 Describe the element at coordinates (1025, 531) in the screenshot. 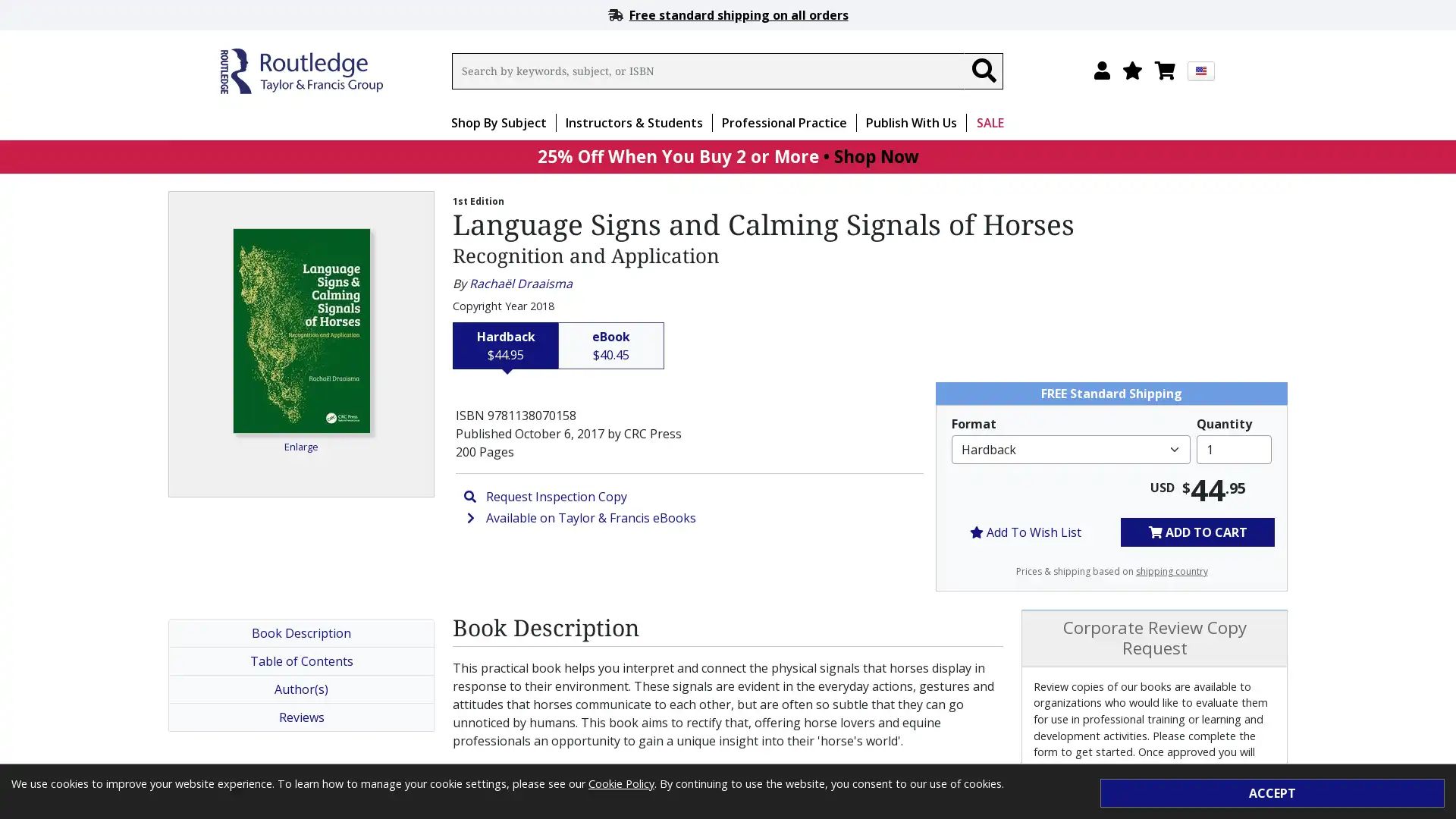

I see `Add To Wish List` at that location.